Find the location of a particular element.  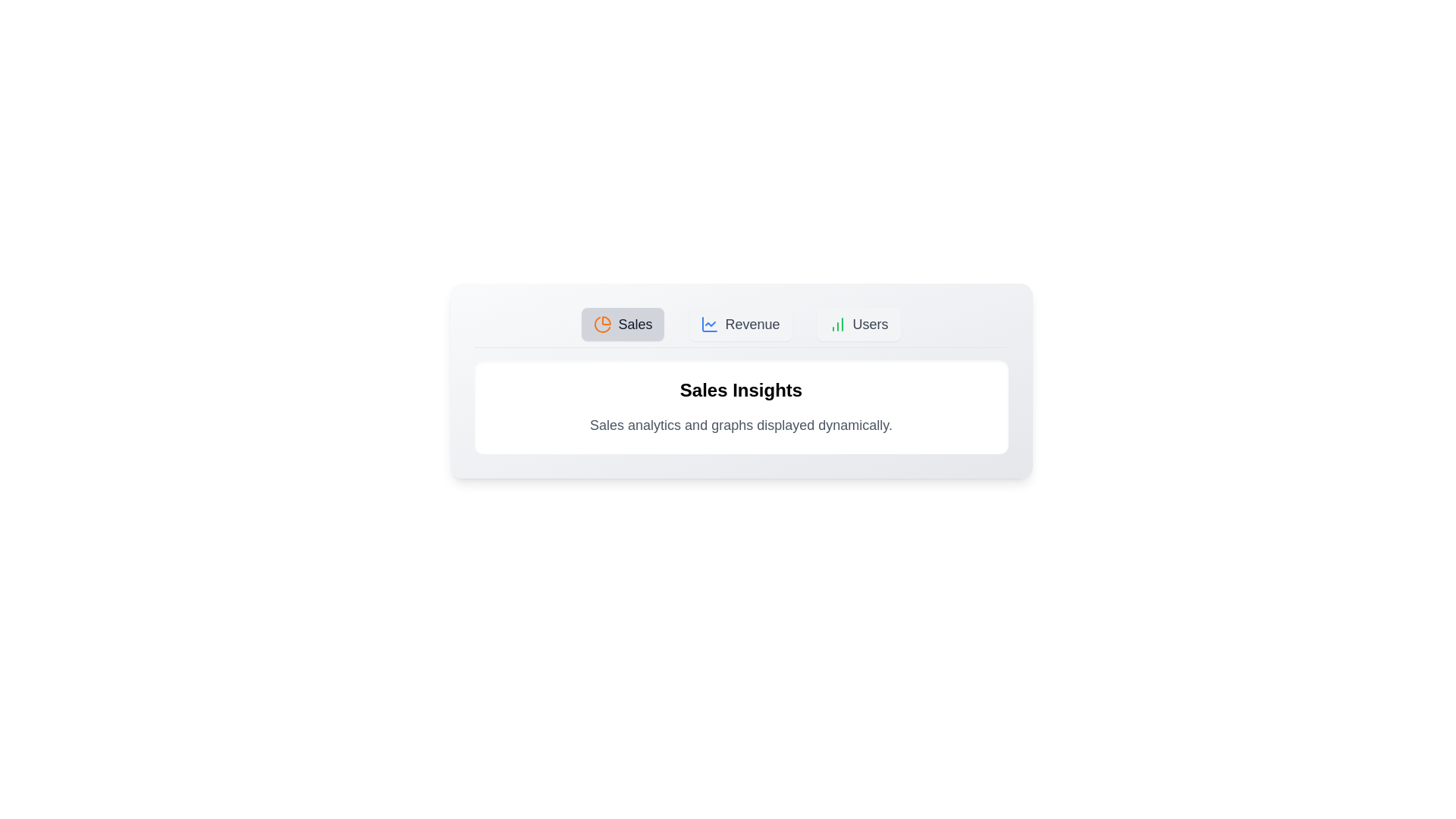

the tab labeled Sales is located at coordinates (623, 324).